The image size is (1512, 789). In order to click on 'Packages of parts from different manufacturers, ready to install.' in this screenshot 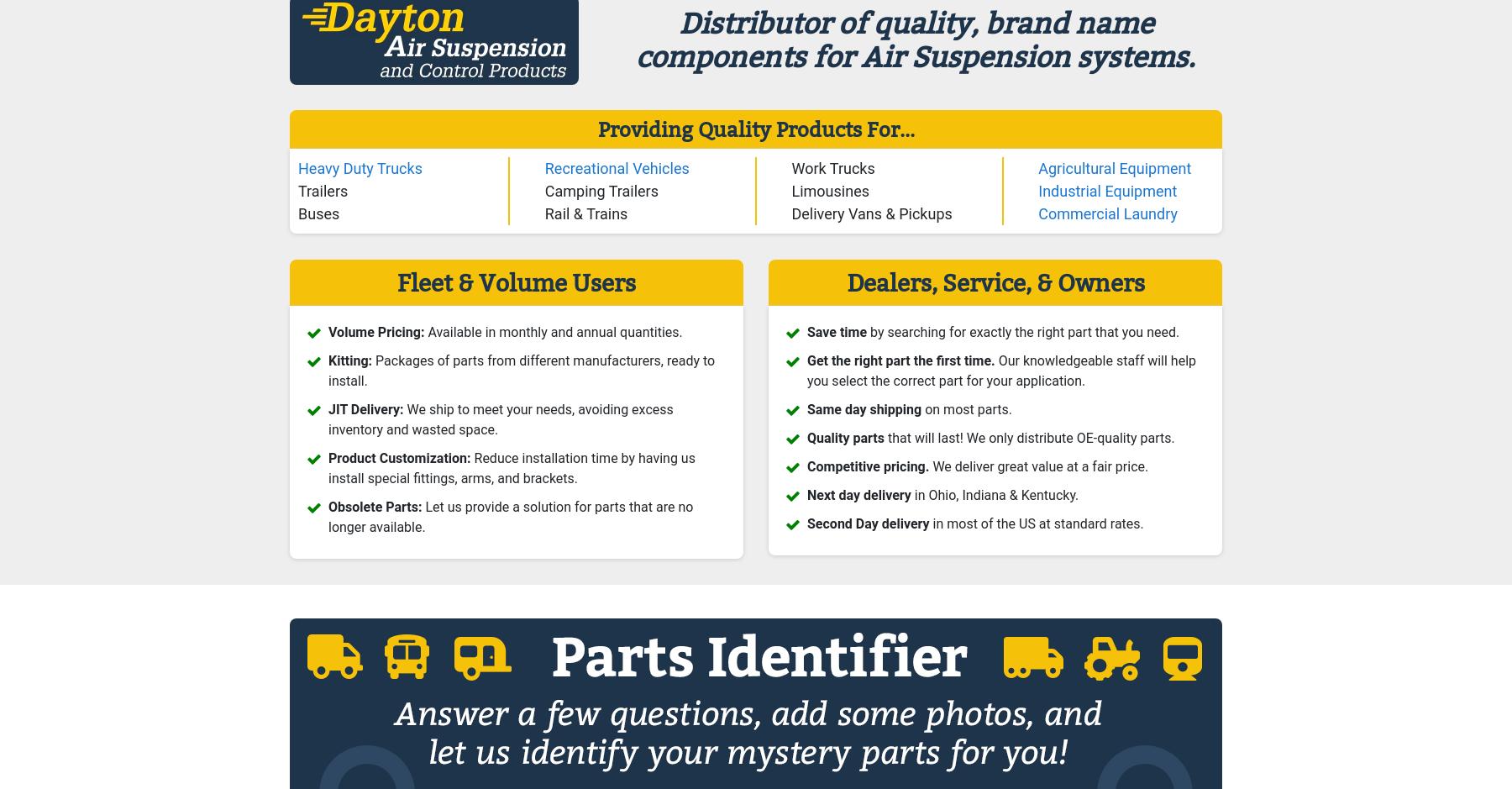, I will do `click(522, 371)`.